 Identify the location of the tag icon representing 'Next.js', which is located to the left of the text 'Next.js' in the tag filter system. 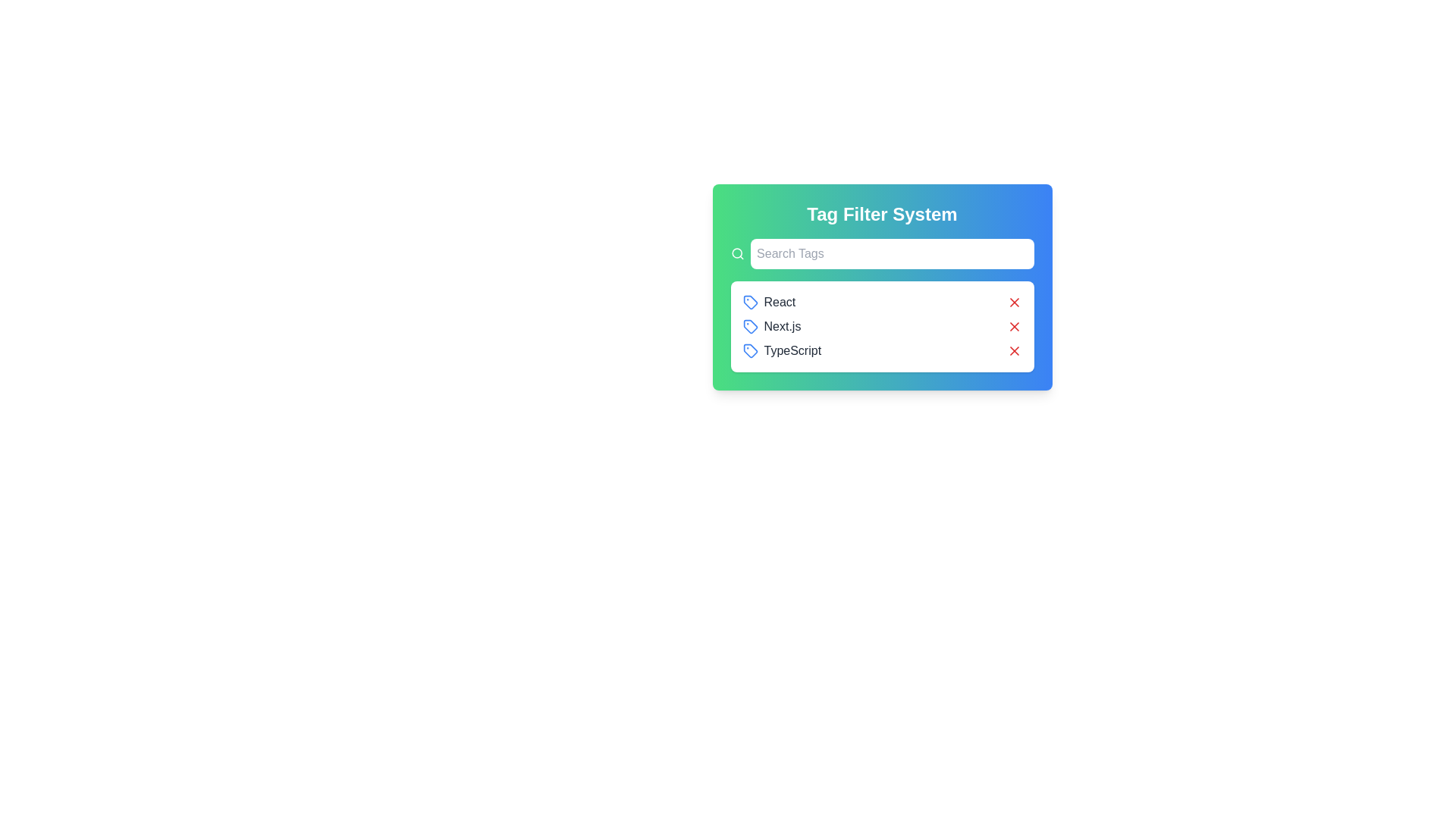
(750, 326).